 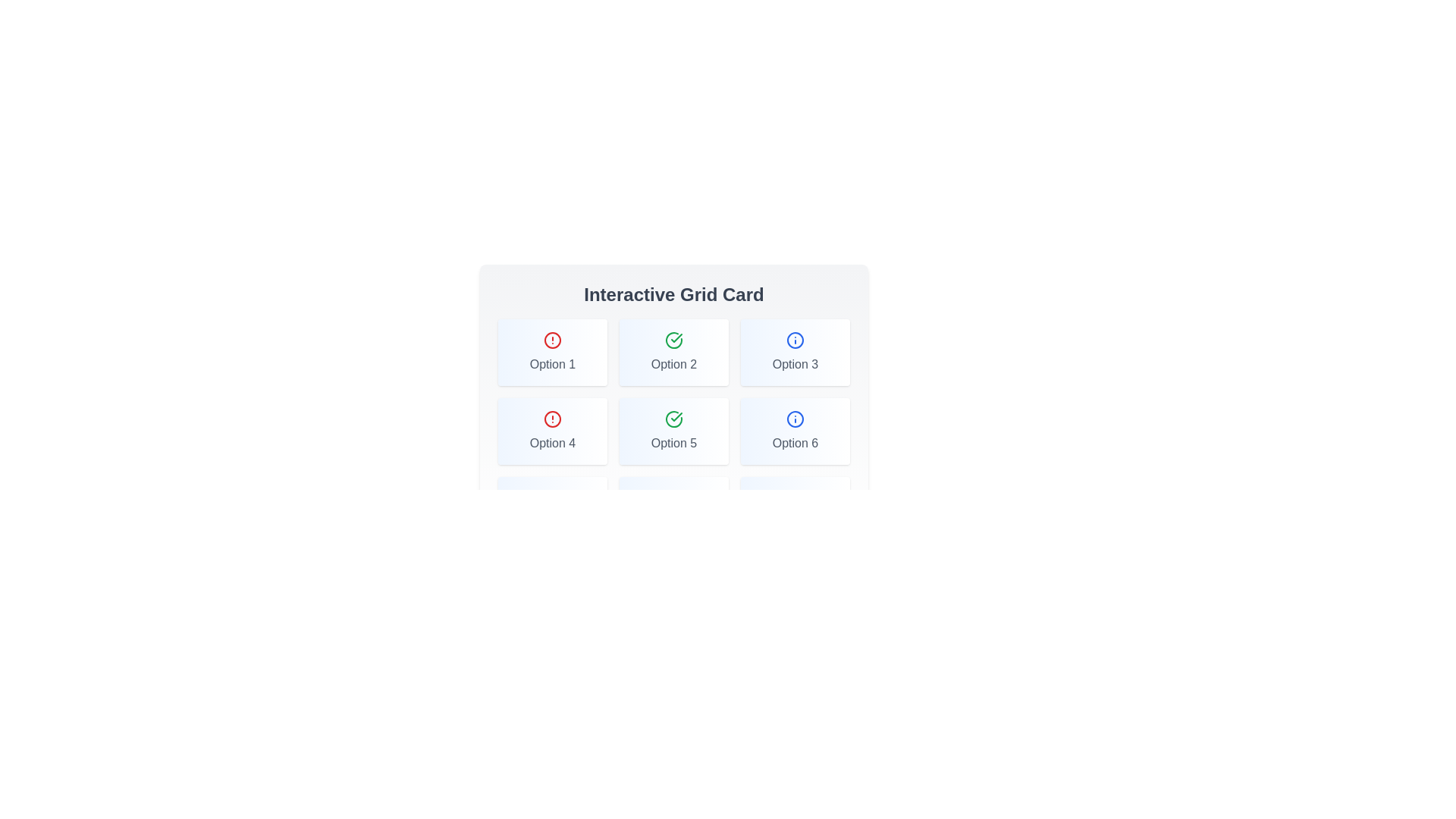 I want to click on the selectable card for 'Option 5' in the grid layout, so click(x=673, y=431).